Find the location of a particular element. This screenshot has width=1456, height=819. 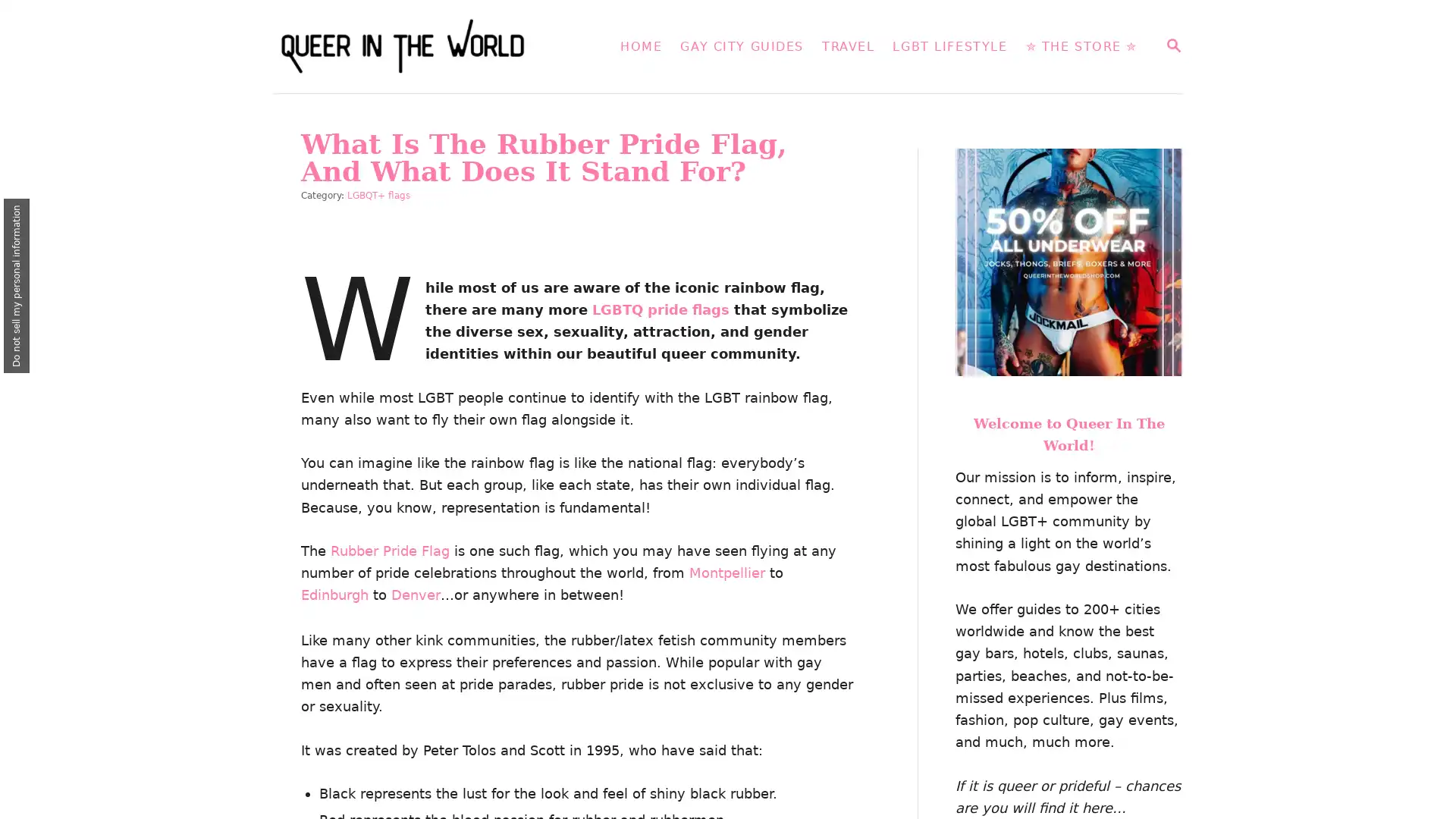

Bookmark Page is located at coordinates (1426, 736).